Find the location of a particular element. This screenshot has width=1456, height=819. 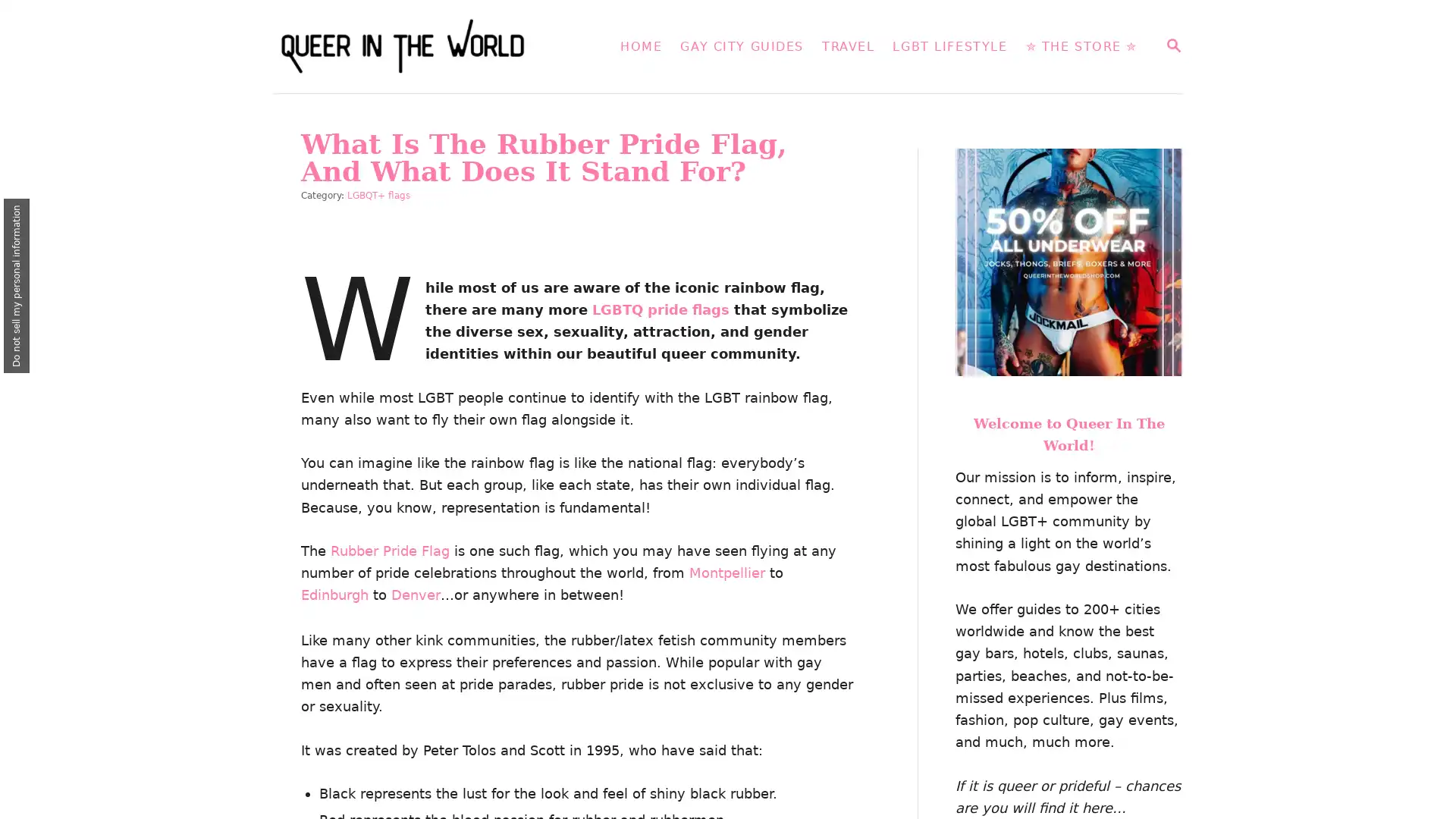

Bookmark Page is located at coordinates (1426, 736).